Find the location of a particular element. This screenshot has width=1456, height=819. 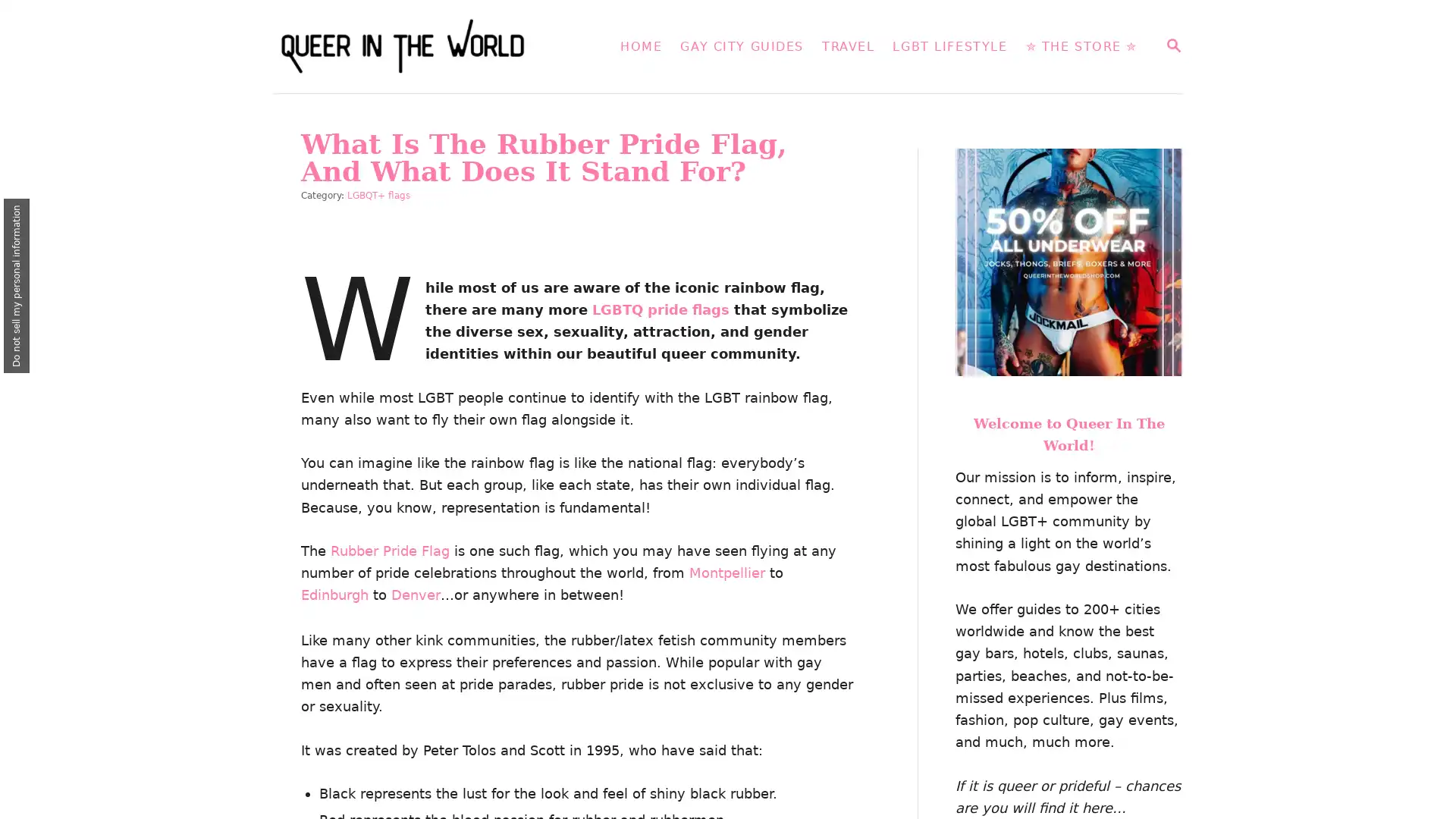

Bookmark Page is located at coordinates (1426, 736).